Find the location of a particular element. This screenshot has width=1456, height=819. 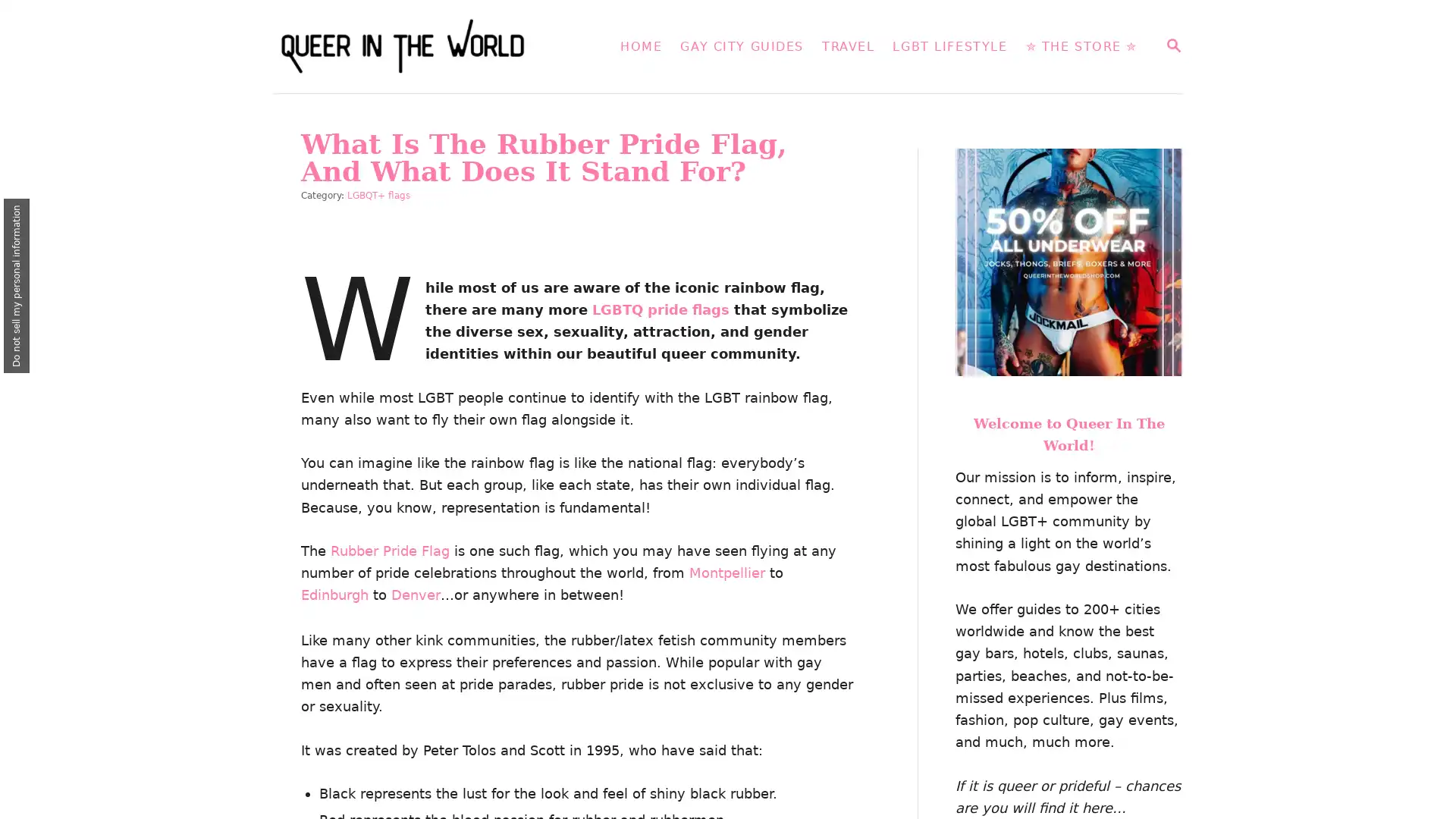

Bookmark Page is located at coordinates (1426, 736).